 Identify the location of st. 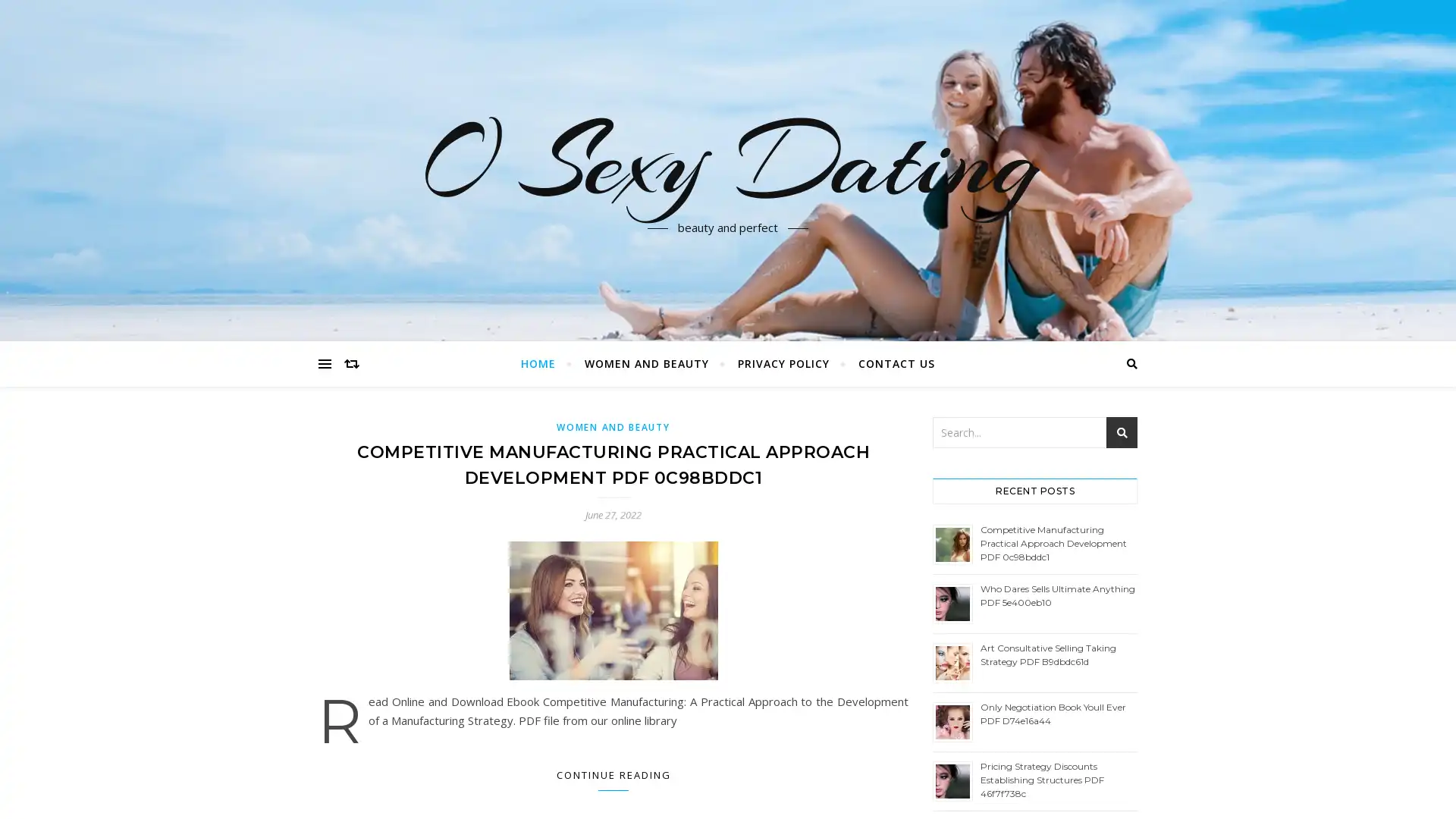
(1122, 432).